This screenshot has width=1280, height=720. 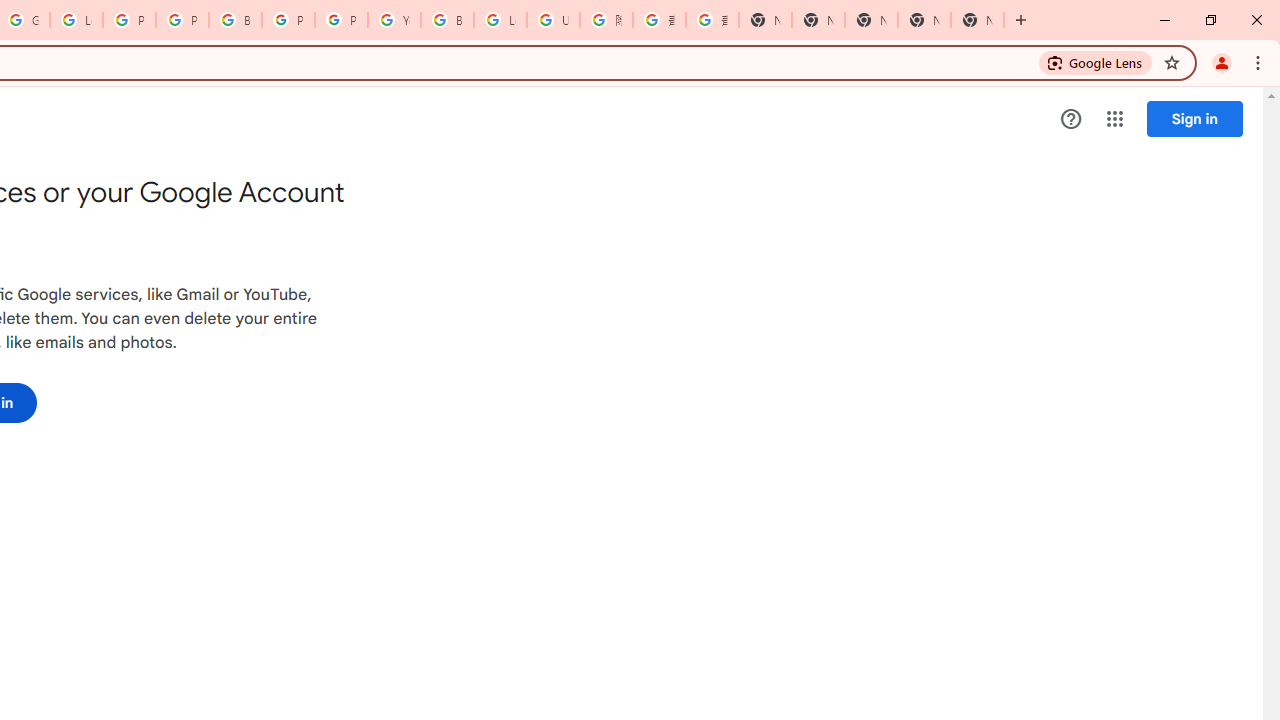 What do you see at coordinates (977, 20) in the screenshot?
I see `'New Tab'` at bounding box center [977, 20].